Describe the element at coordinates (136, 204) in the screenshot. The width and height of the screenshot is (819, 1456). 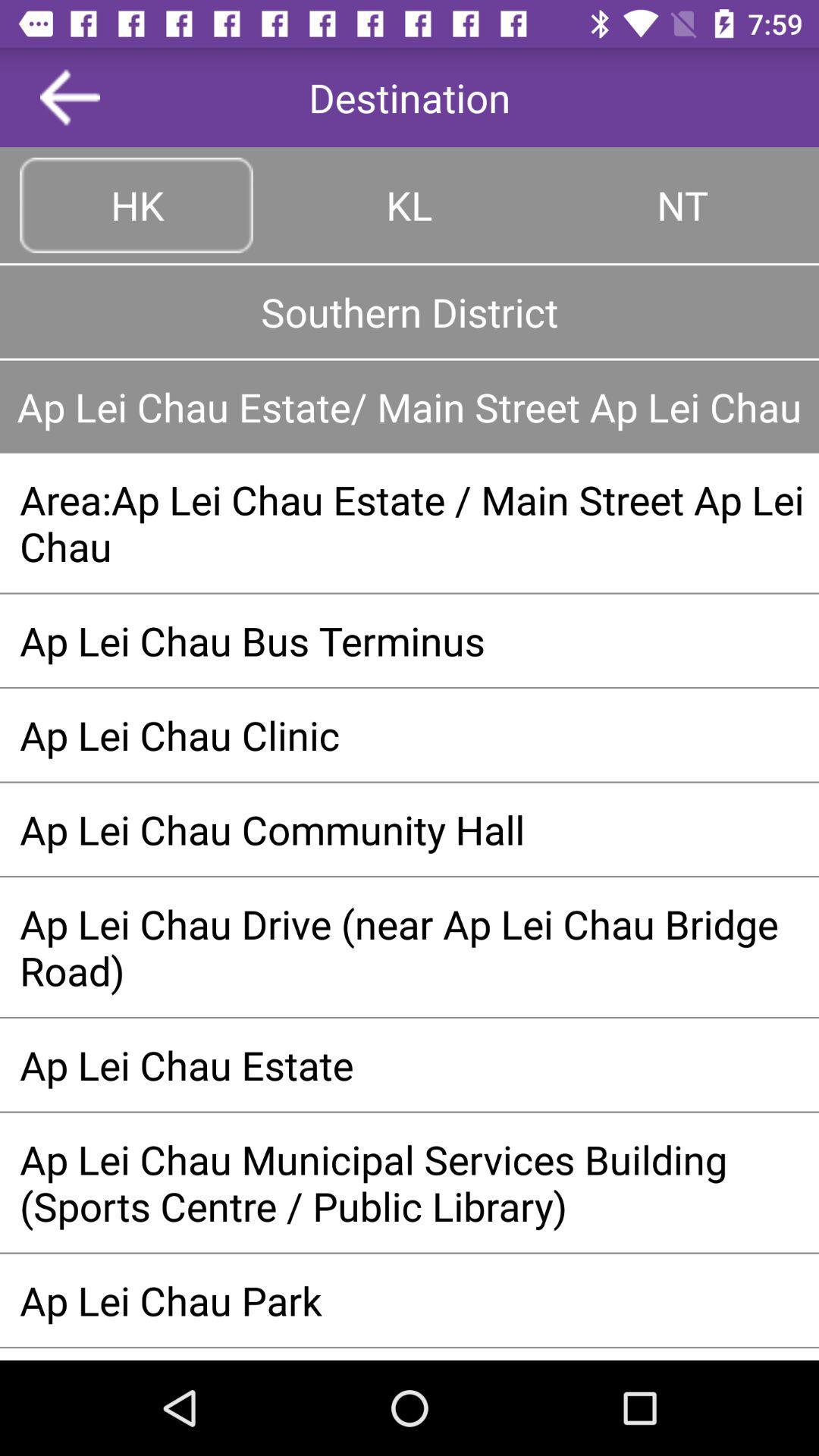
I see `move to hk tab` at that location.